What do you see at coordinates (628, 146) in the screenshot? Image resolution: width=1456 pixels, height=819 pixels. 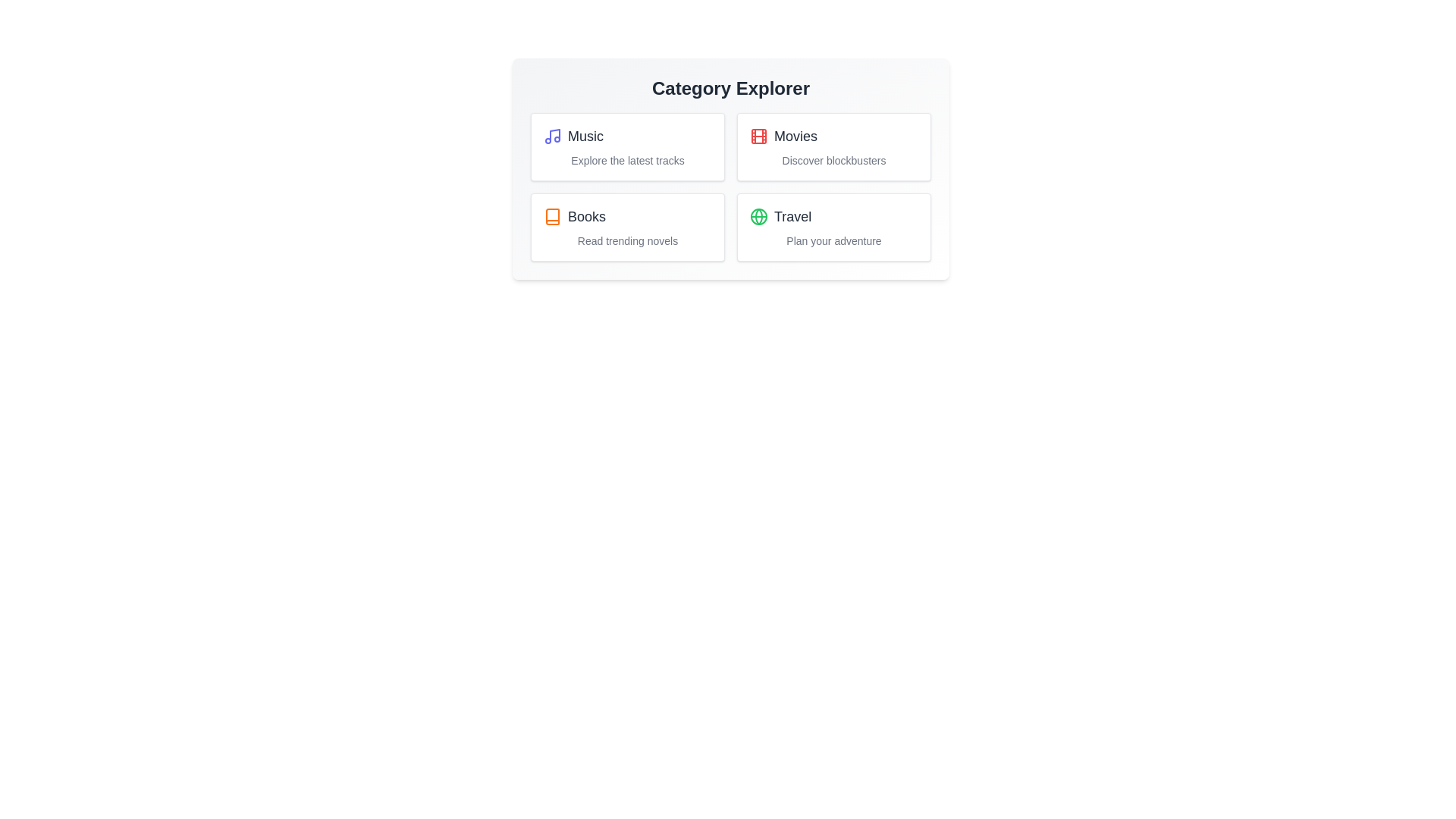 I see `the 'Music' category to select it` at bounding box center [628, 146].